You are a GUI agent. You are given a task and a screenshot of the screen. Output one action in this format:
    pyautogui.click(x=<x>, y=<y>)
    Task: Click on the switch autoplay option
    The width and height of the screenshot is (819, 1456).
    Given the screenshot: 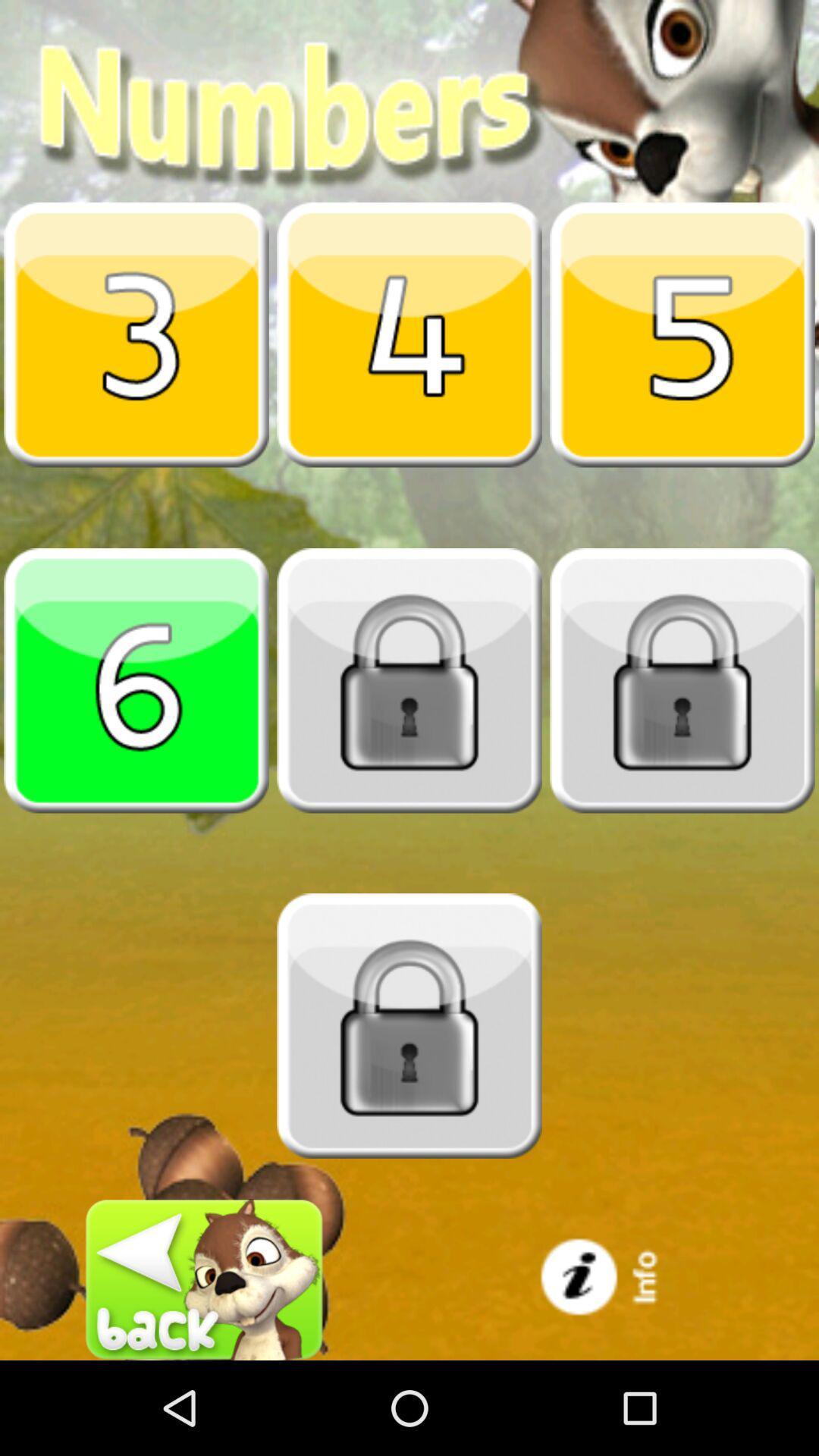 What is the action you would take?
    pyautogui.click(x=136, y=334)
    